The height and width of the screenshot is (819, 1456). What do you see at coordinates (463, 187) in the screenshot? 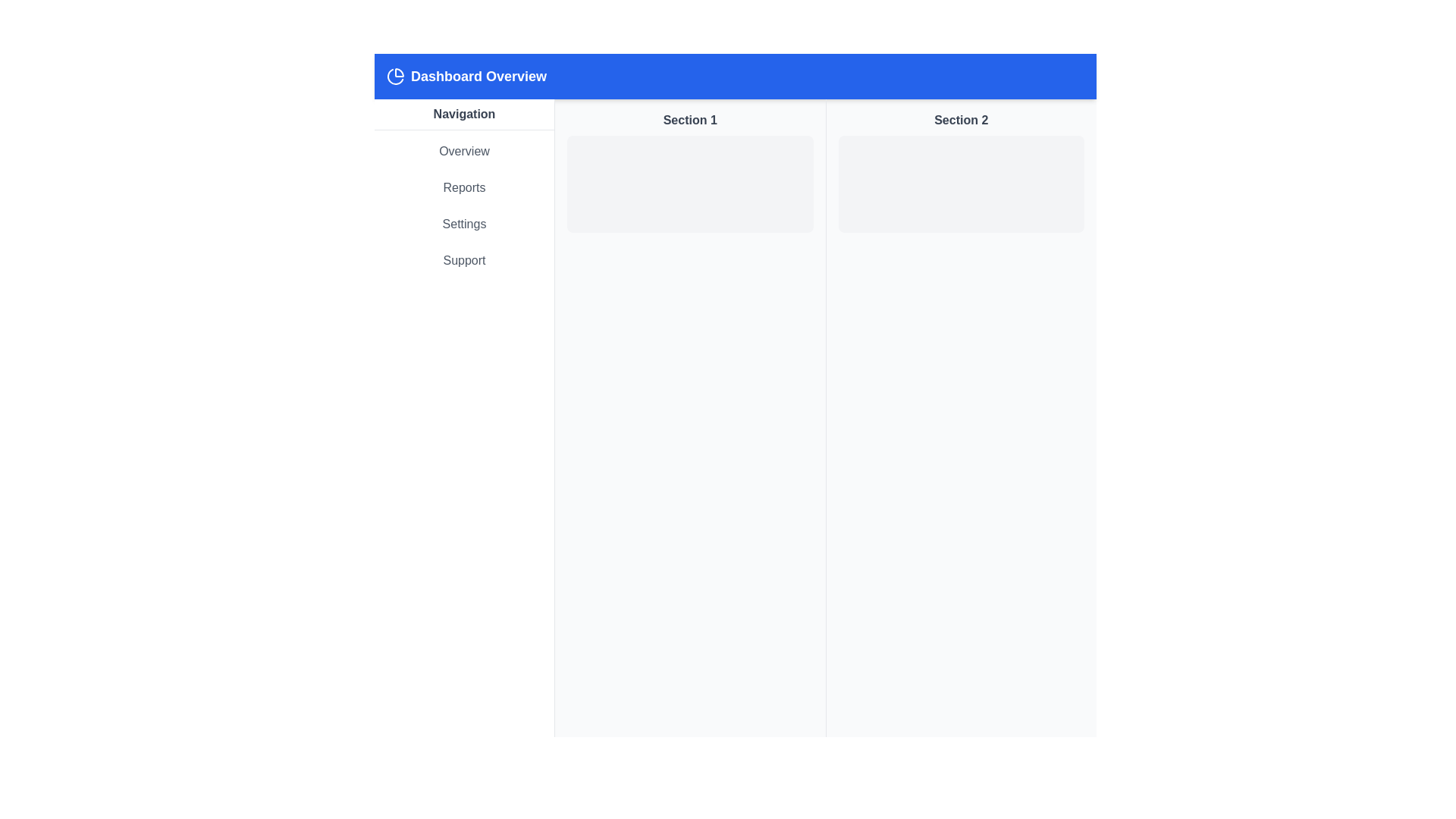
I see `the 'Reports' navigation link in the left-hand navigation panel` at bounding box center [463, 187].